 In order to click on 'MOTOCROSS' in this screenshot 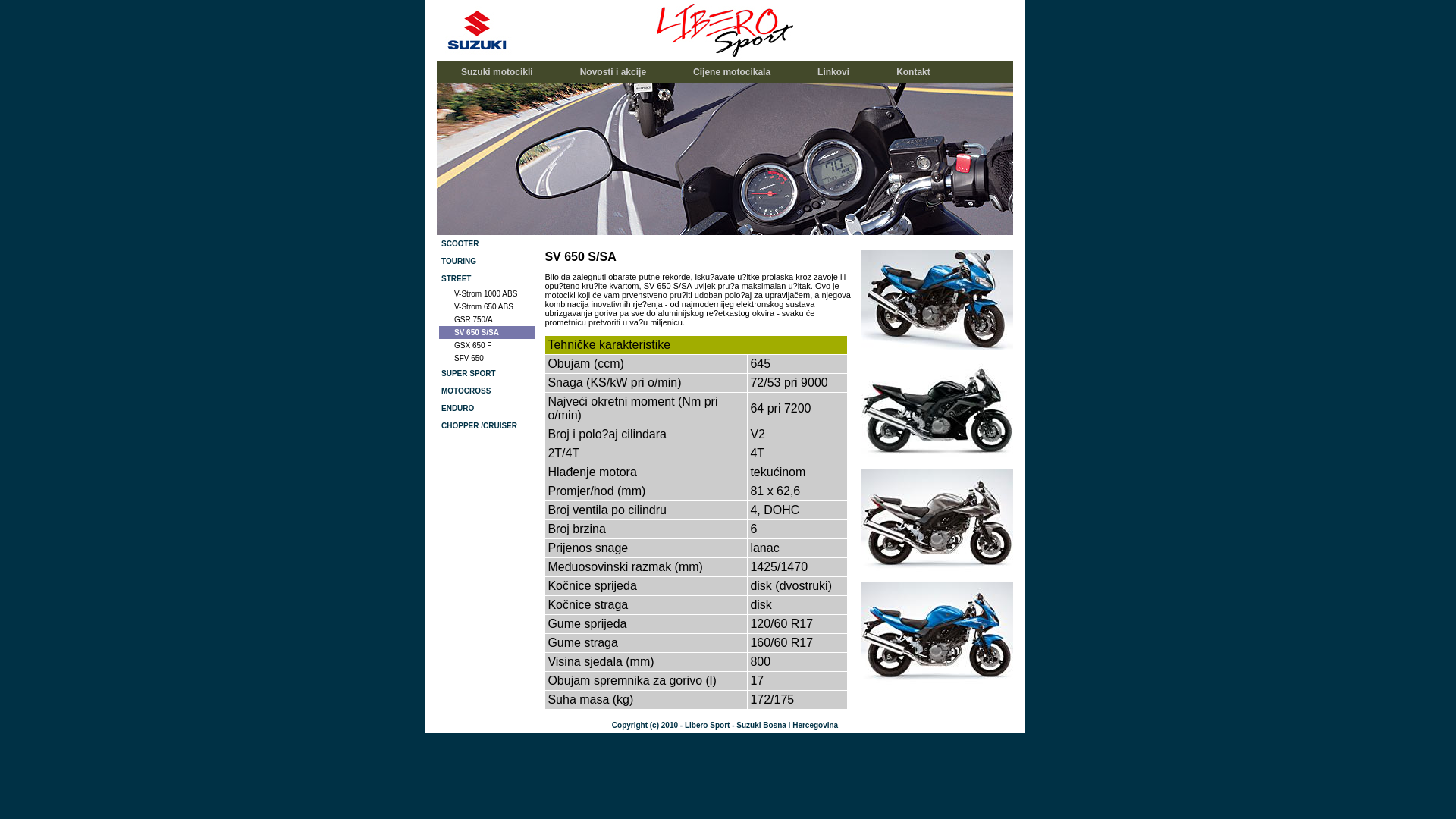, I will do `click(487, 390)`.